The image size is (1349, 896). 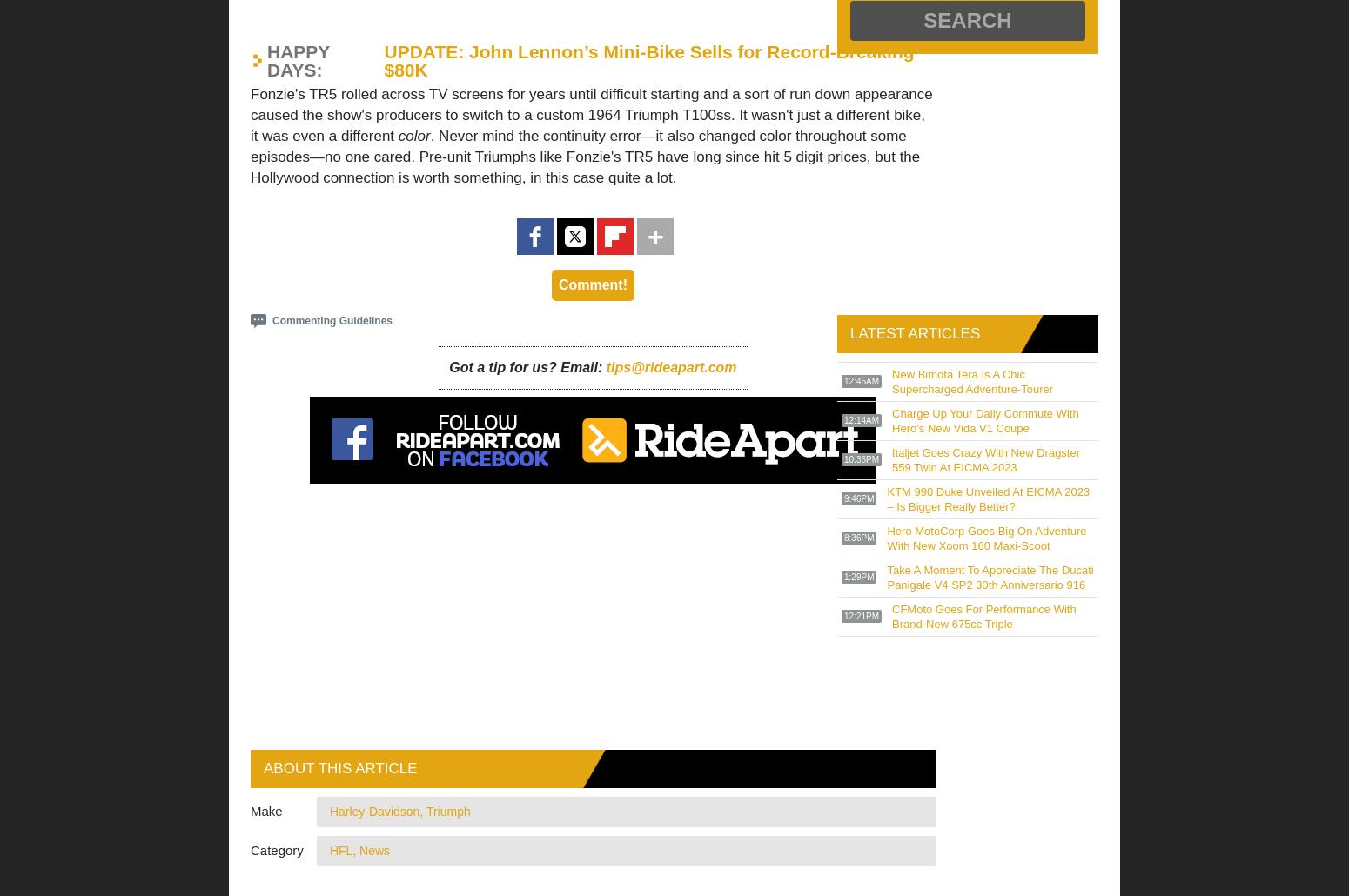 What do you see at coordinates (250, 849) in the screenshot?
I see `'Category'` at bounding box center [250, 849].